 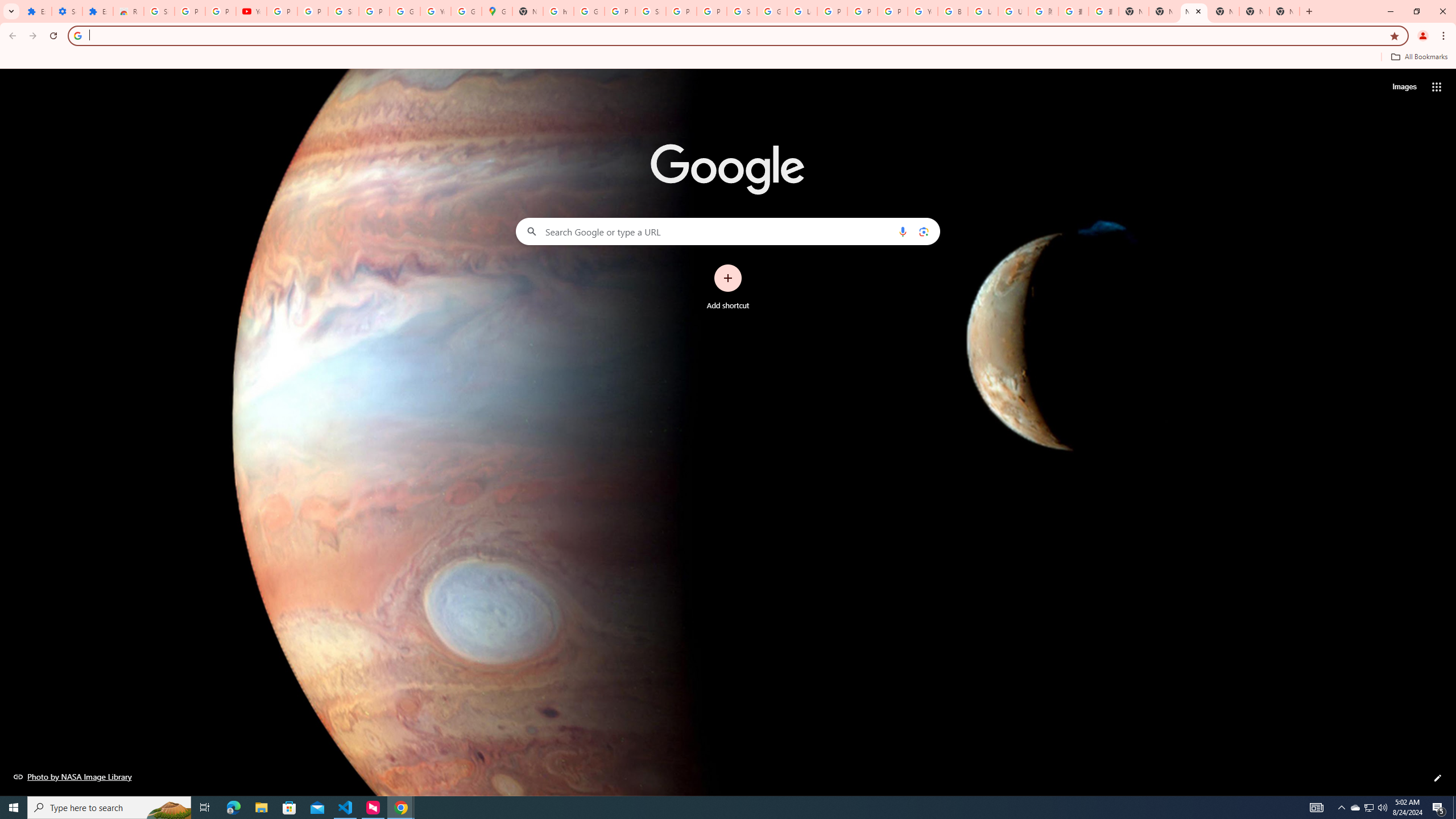 What do you see at coordinates (728, 287) in the screenshot?
I see `'Add shortcut'` at bounding box center [728, 287].